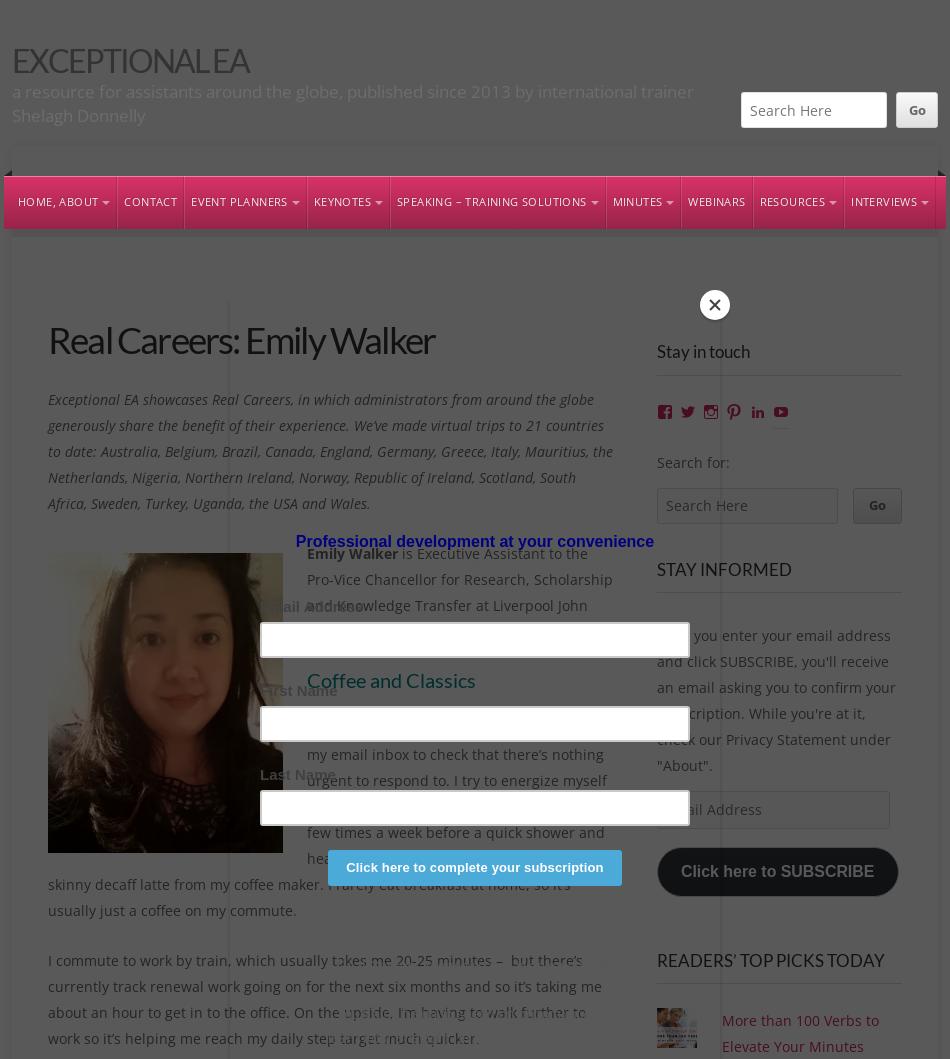  Describe the element at coordinates (390, 679) in the screenshot. I see `'Coffee and Classics'` at that location.